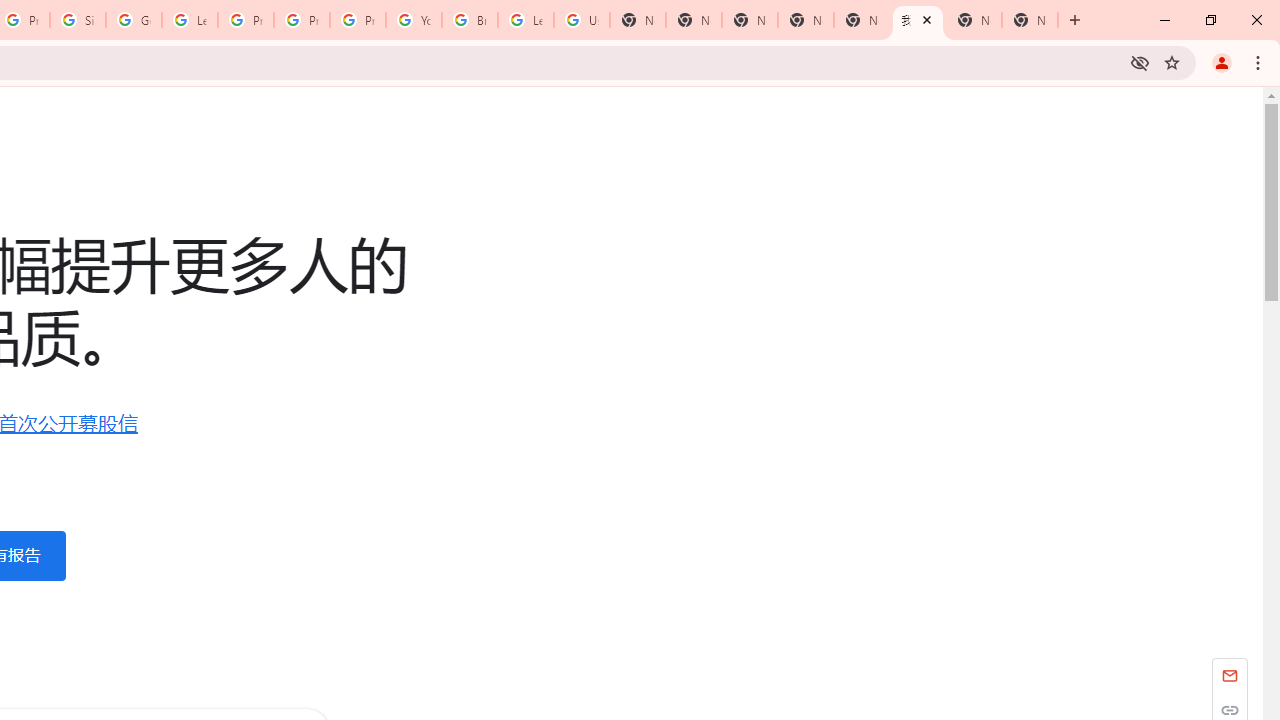 The height and width of the screenshot is (720, 1280). Describe the element at coordinates (78, 20) in the screenshot. I see `'Sign in - Google Accounts'` at that location.